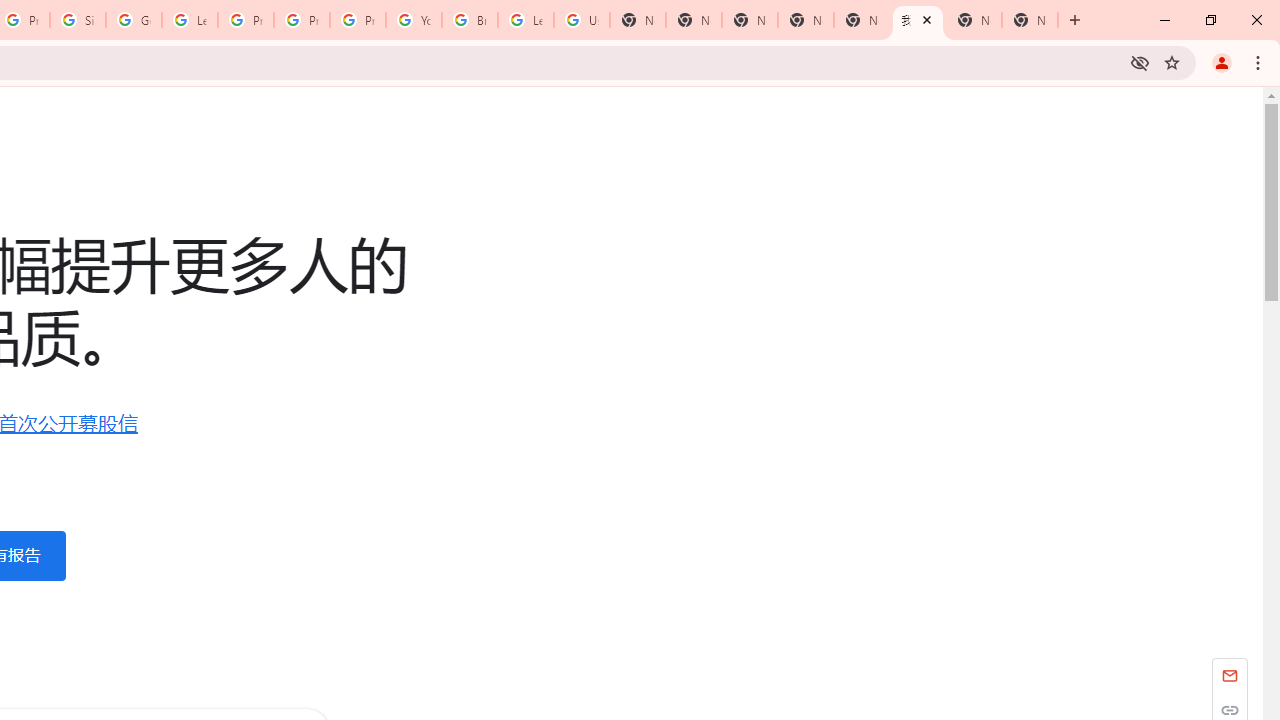 The height and width of the screenshot is (720, 1280). Describe the element at coordinates (78, 20) in the screenshot. I see `'Sign in - Google Accounts'` at that location.